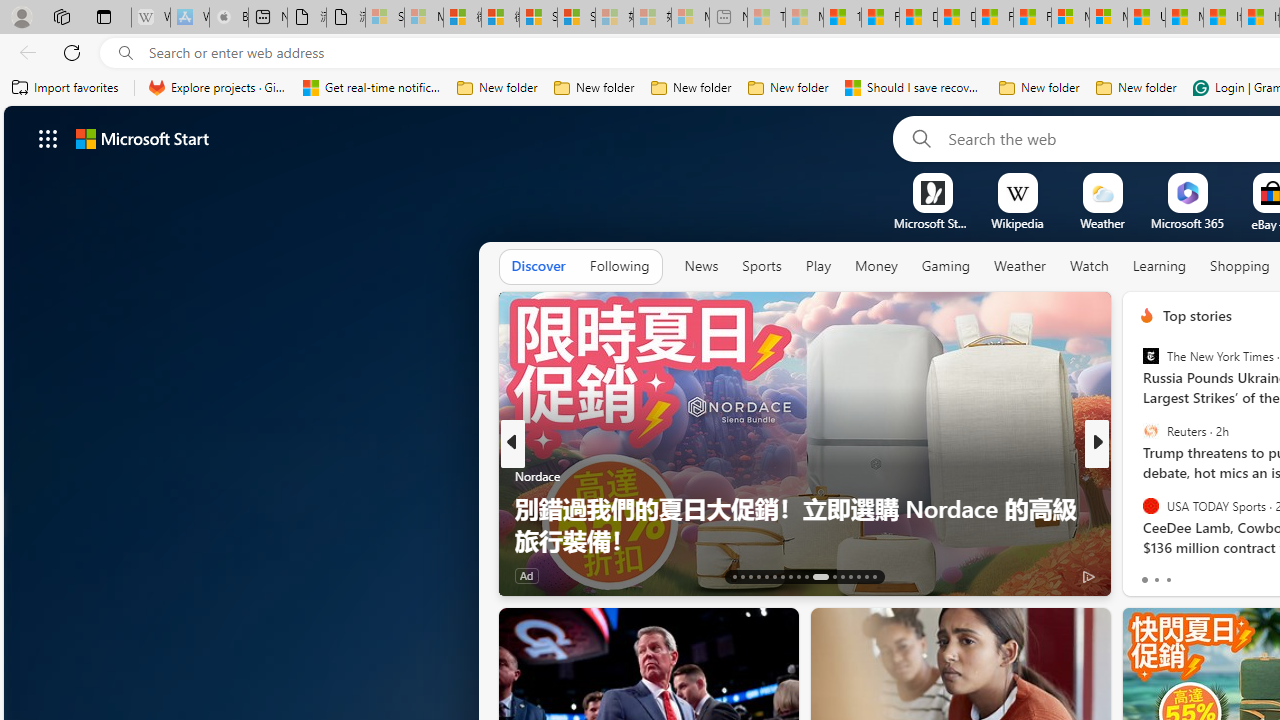  I want to click on 'Sports', so click(760, 265).